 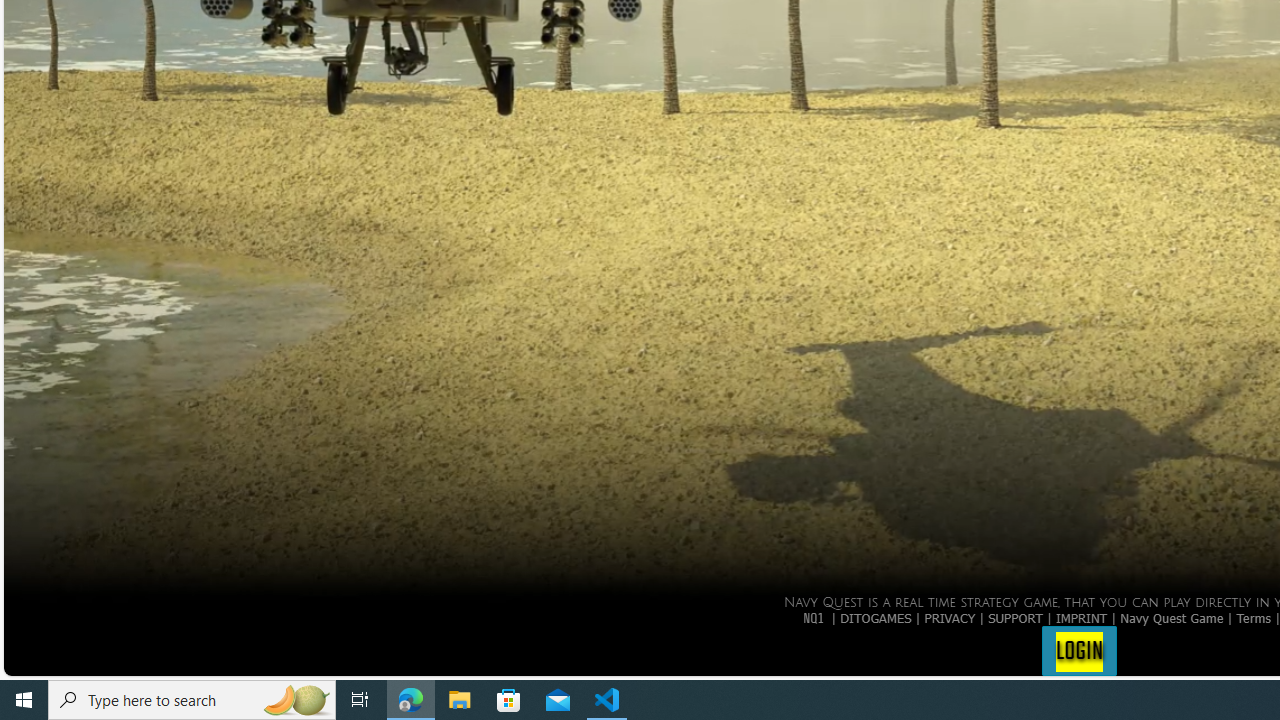 What do you see at coordinates (606, 698) in the screenshot?
I see `'Visual Studio Code - 1 running window'` at bounding box center [606, 698].